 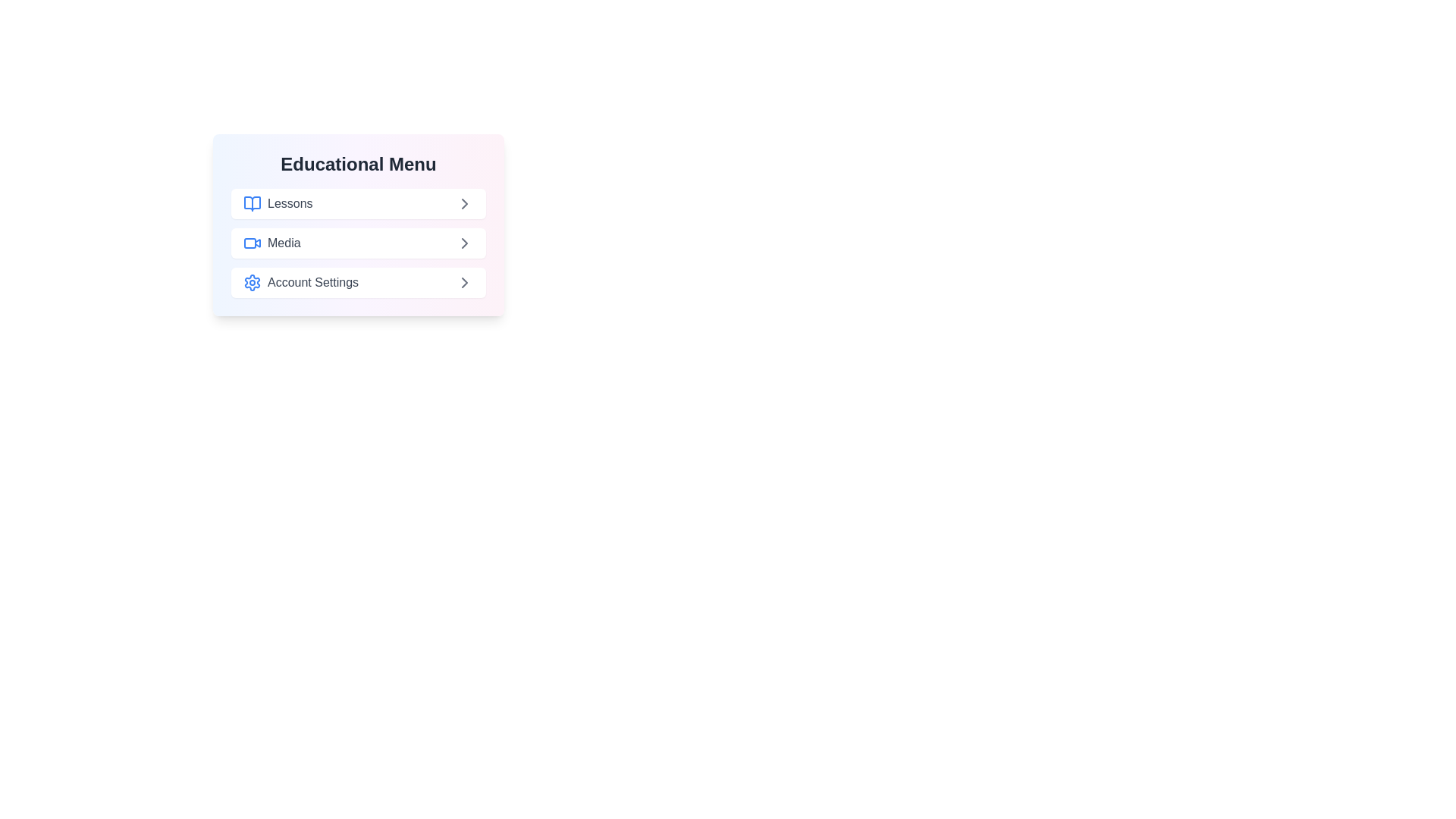 I want to click on the 'Lessons' icon in the 'Educational Menu', which is the first icon in a vertical list and is located to the left of the label 'Lessons', so click(x=252, y=203).